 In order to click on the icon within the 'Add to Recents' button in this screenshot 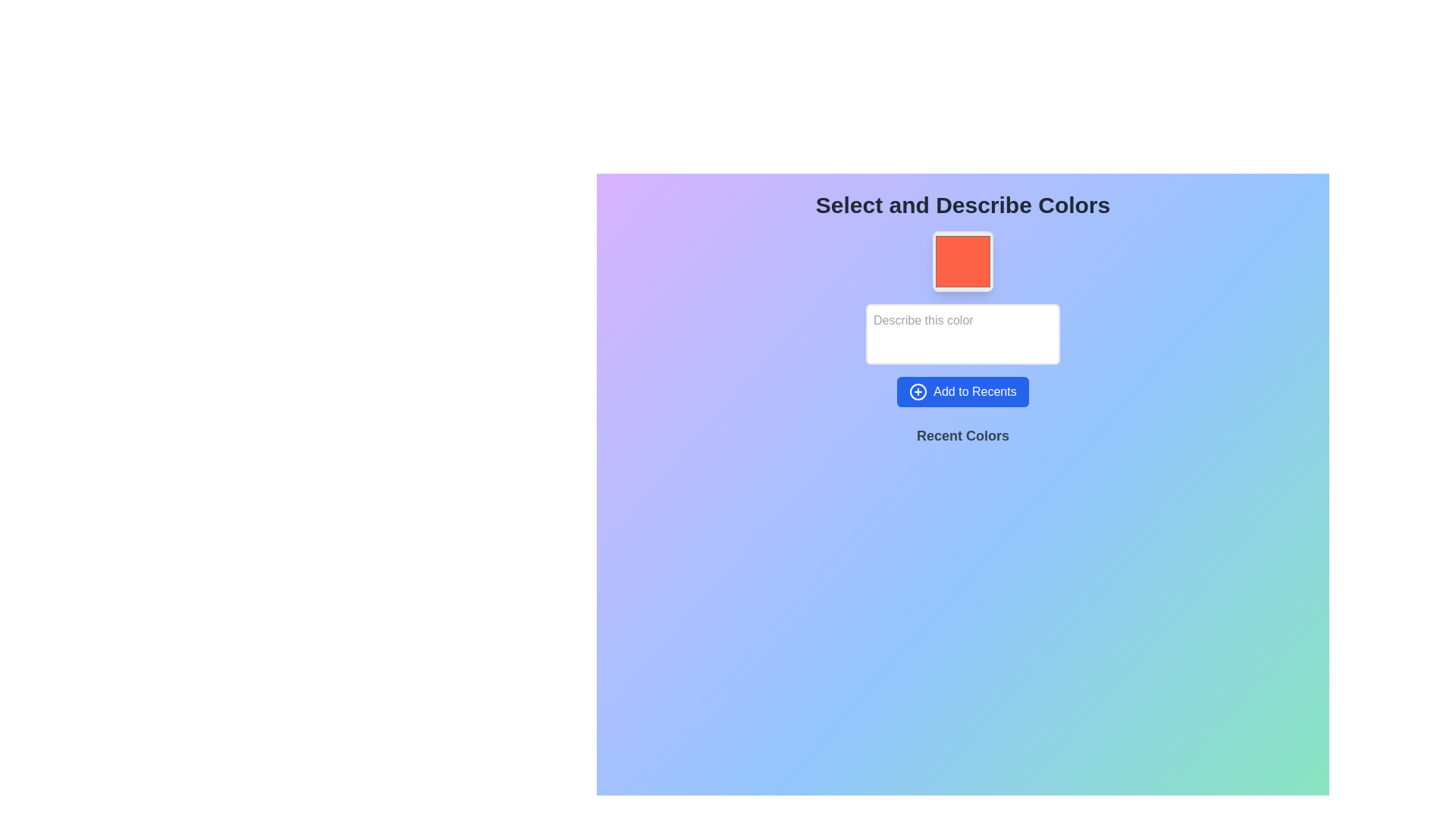, I will do `click(918, 391)`.